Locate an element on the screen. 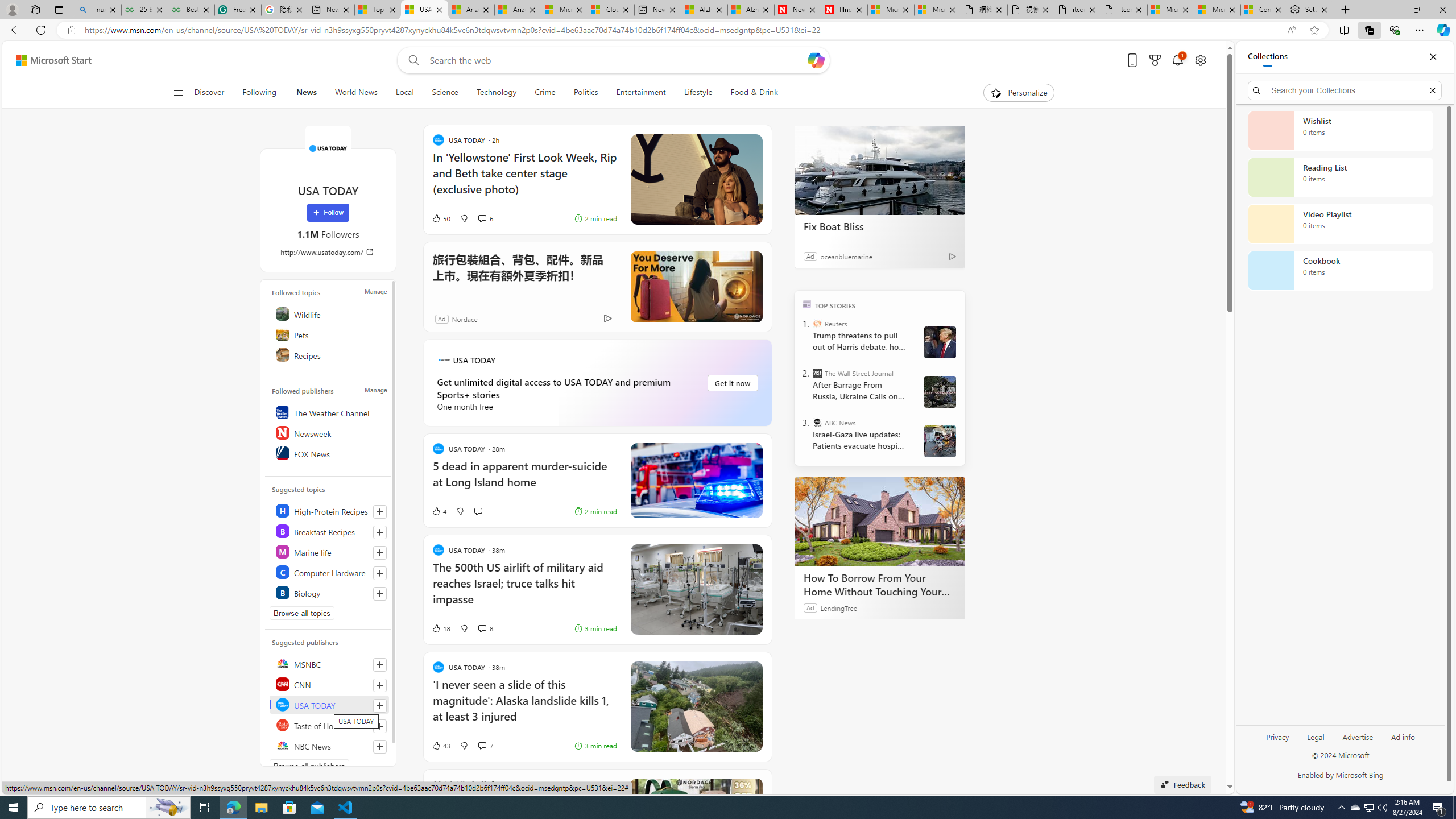 The height and width of the screenshot is (819, 1456). 'Recipes' is located at coordinates (329, 354).